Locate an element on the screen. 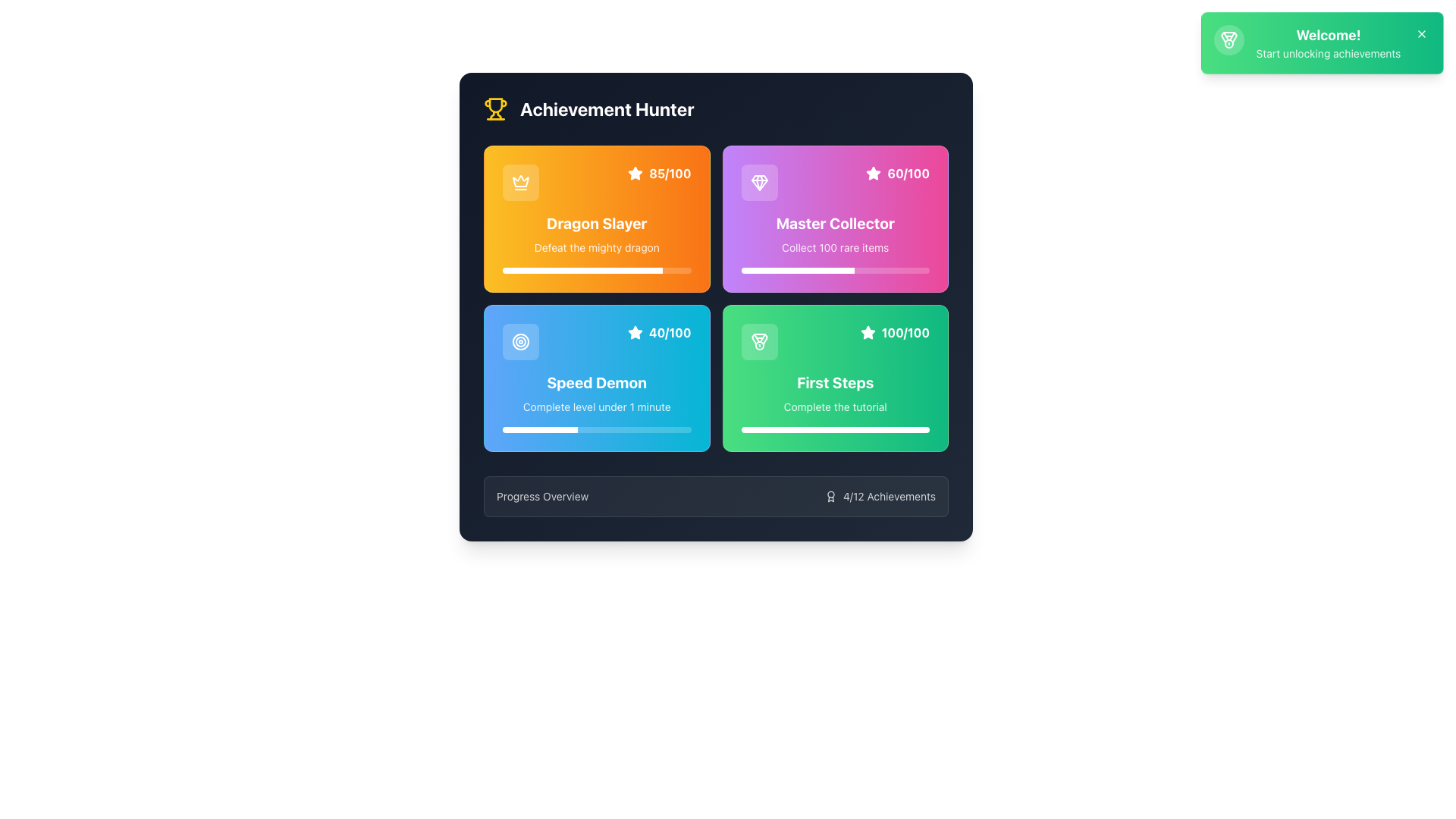  the progress of the 'Dragon Slayer' achievement is located at coordinates (608, 270).